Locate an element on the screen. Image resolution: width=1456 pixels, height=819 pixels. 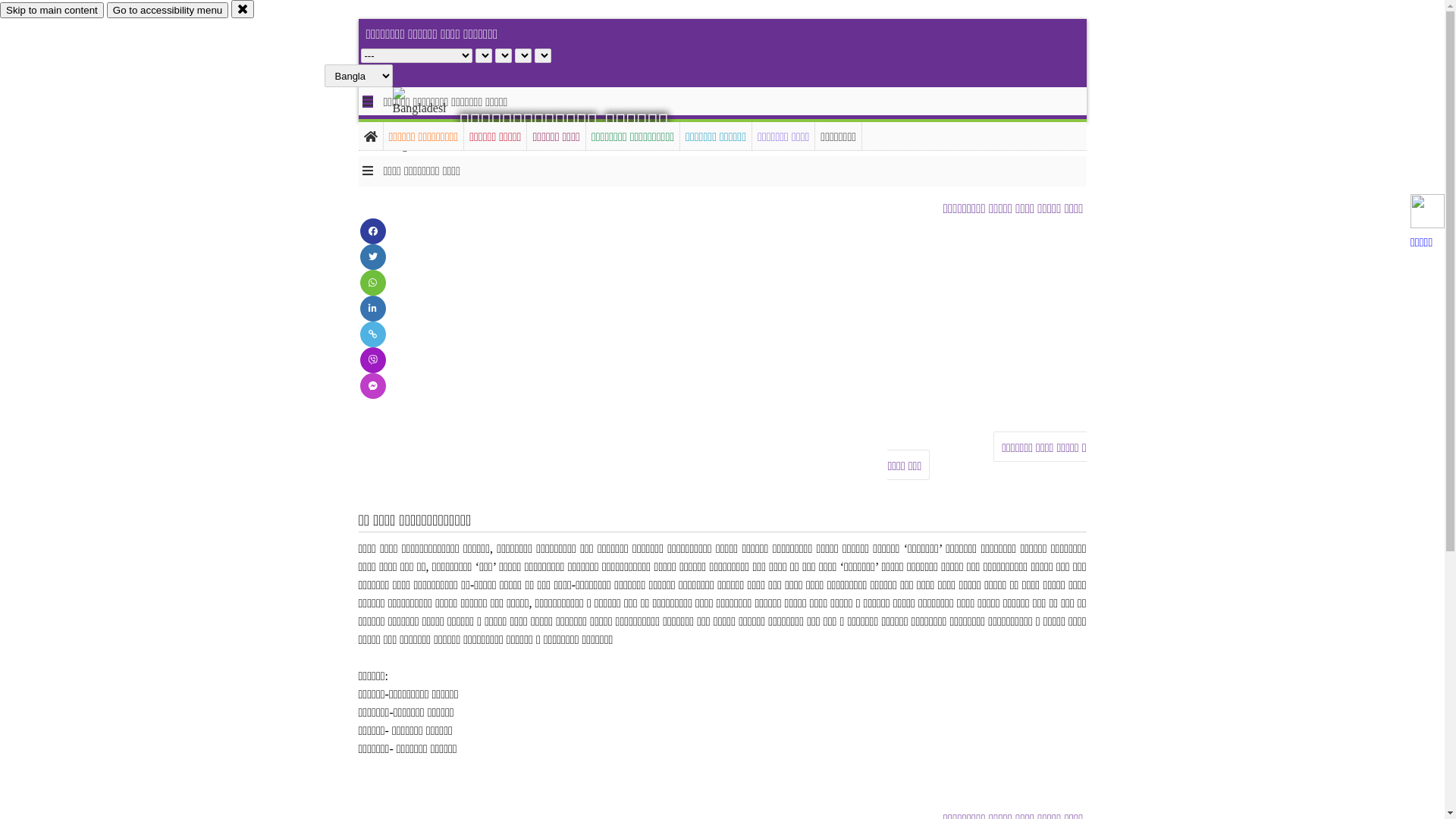
'close' is located at coordinates (243, 8).